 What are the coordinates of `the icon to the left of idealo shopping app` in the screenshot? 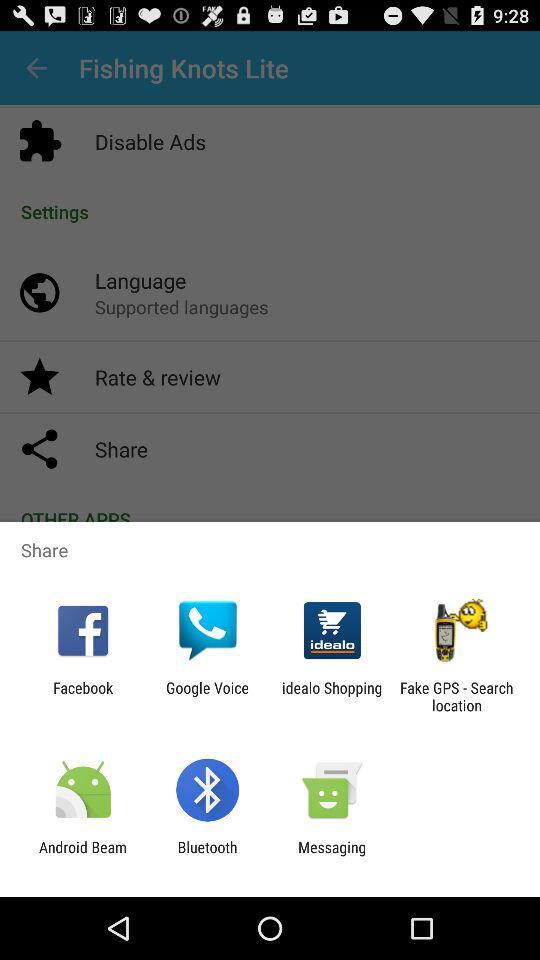 It's located at (206, 696).